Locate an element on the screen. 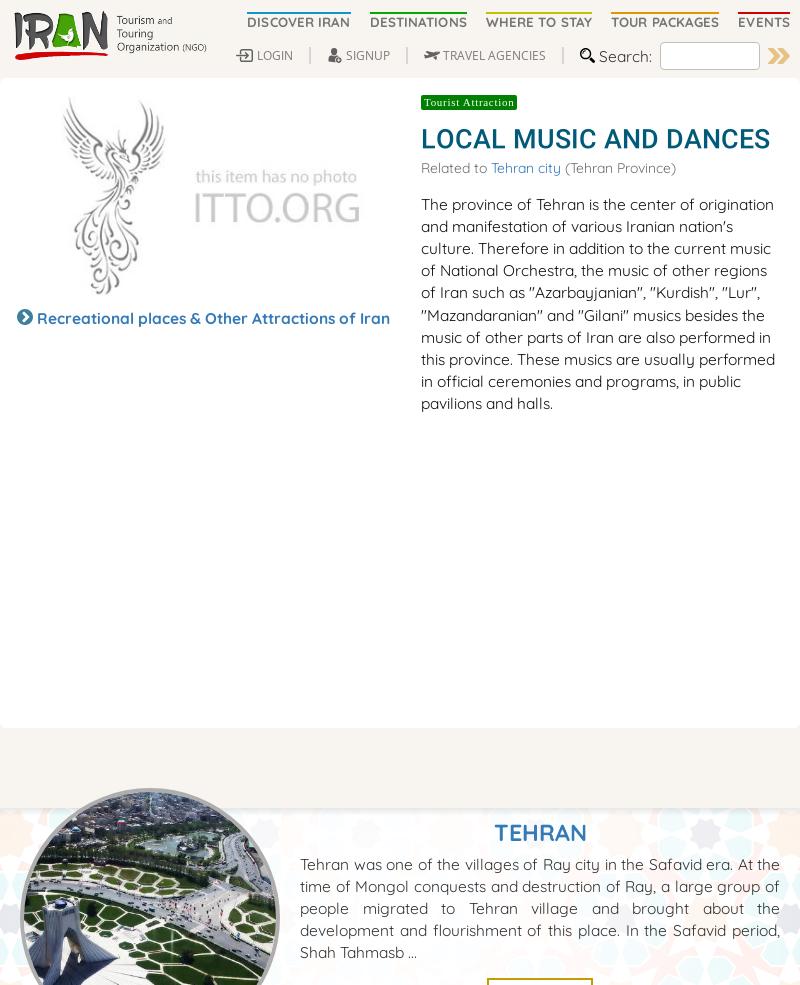  'Tehran was one of the villages of Ray city in the Safavid era. At the time of Mongol conquests and destruction of Ray, a large group of people migrated to Tehran village and brought about the development and flourishment of this place. In the Safavid period, Shah Tahmasb ...' is located at coordinates (540, 907).